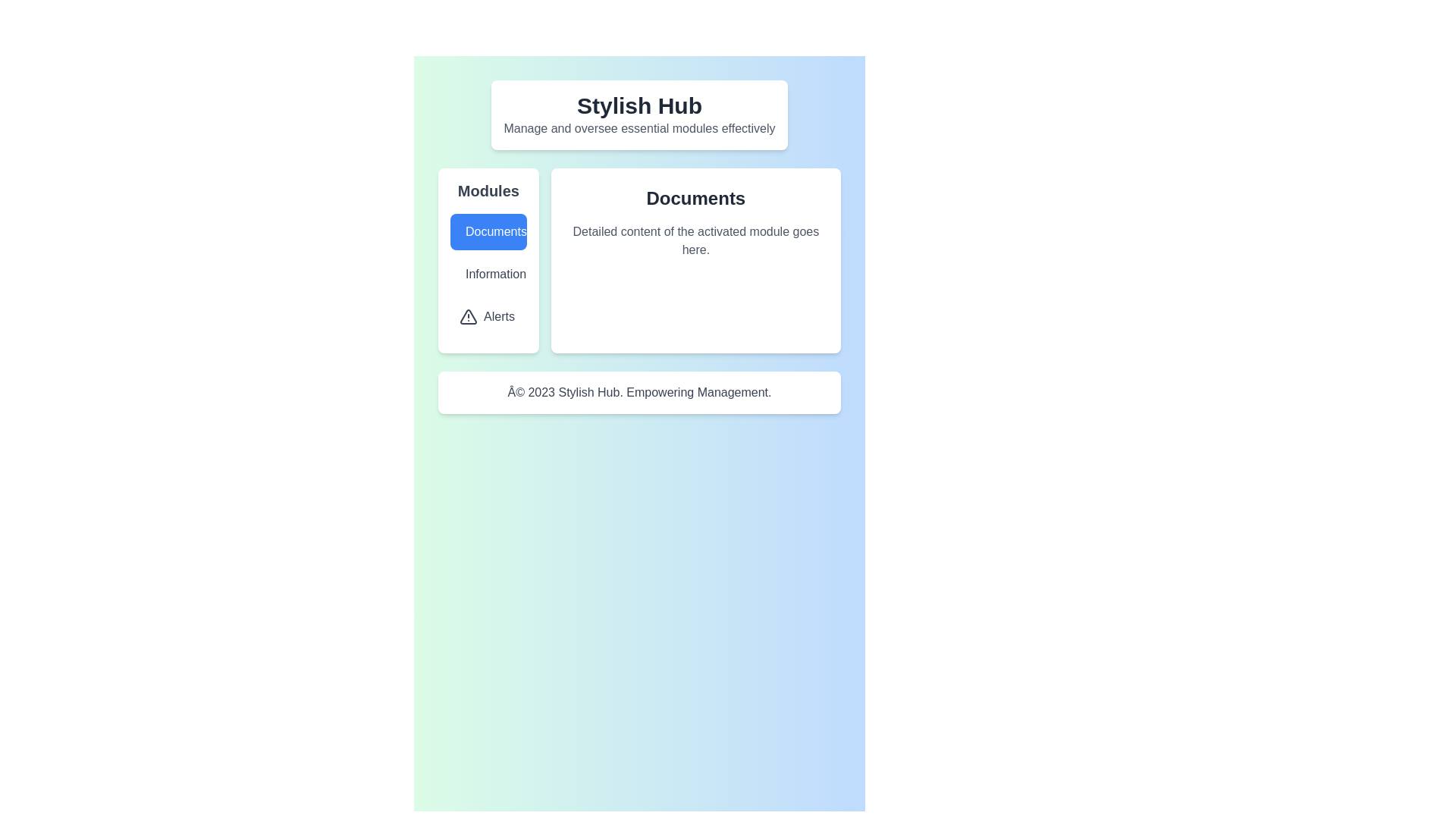  What do you see at coordinates (488, 190) in the screenshot?
I see `the Header text in the sidebar that indicates 'Modules', which is the topmost item in the section` at bounding box center [488, 190].